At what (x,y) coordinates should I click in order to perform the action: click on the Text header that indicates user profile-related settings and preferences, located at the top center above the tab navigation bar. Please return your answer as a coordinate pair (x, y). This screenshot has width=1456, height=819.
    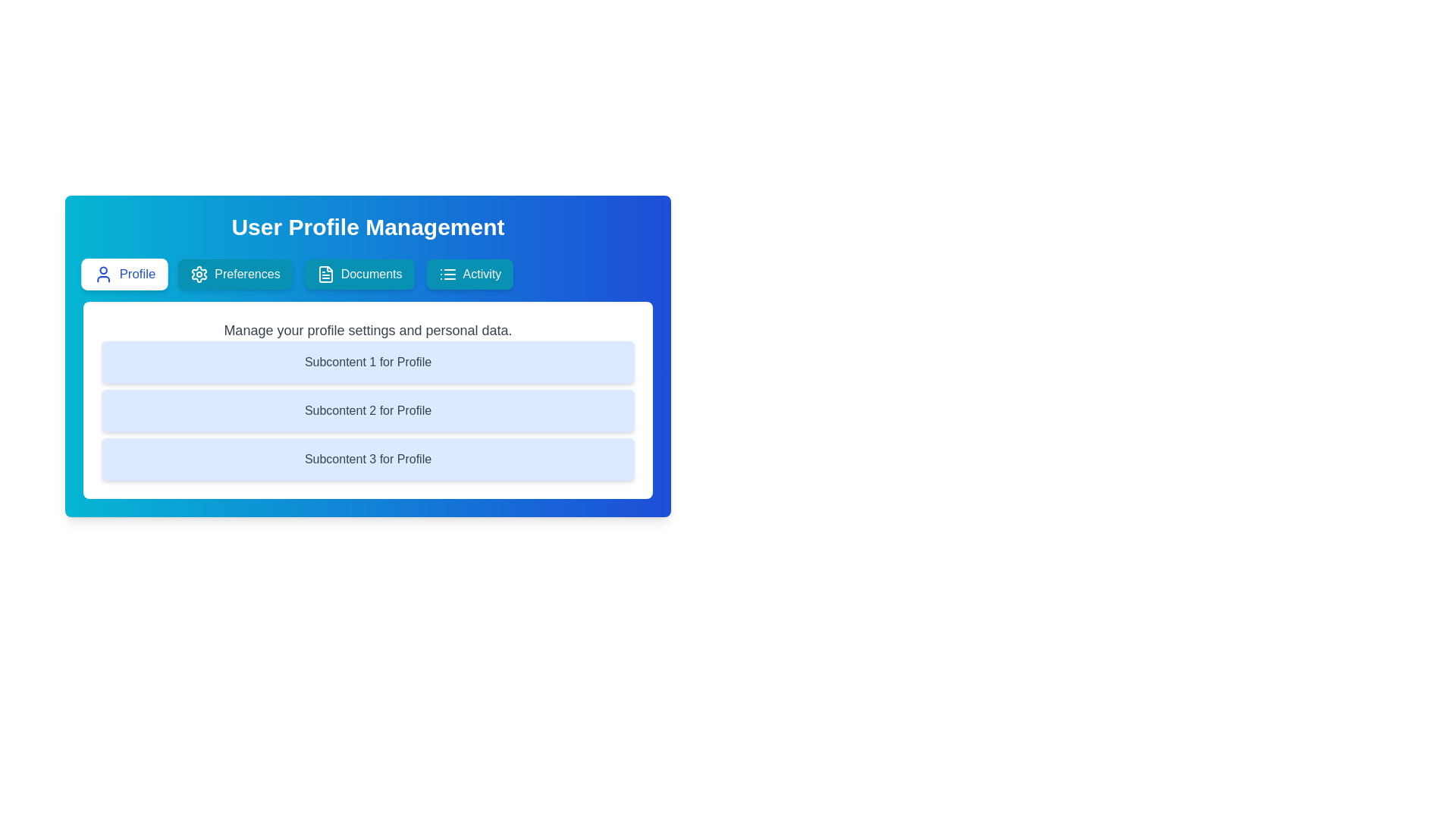
    Looking at the image, I should click on (368, 227).